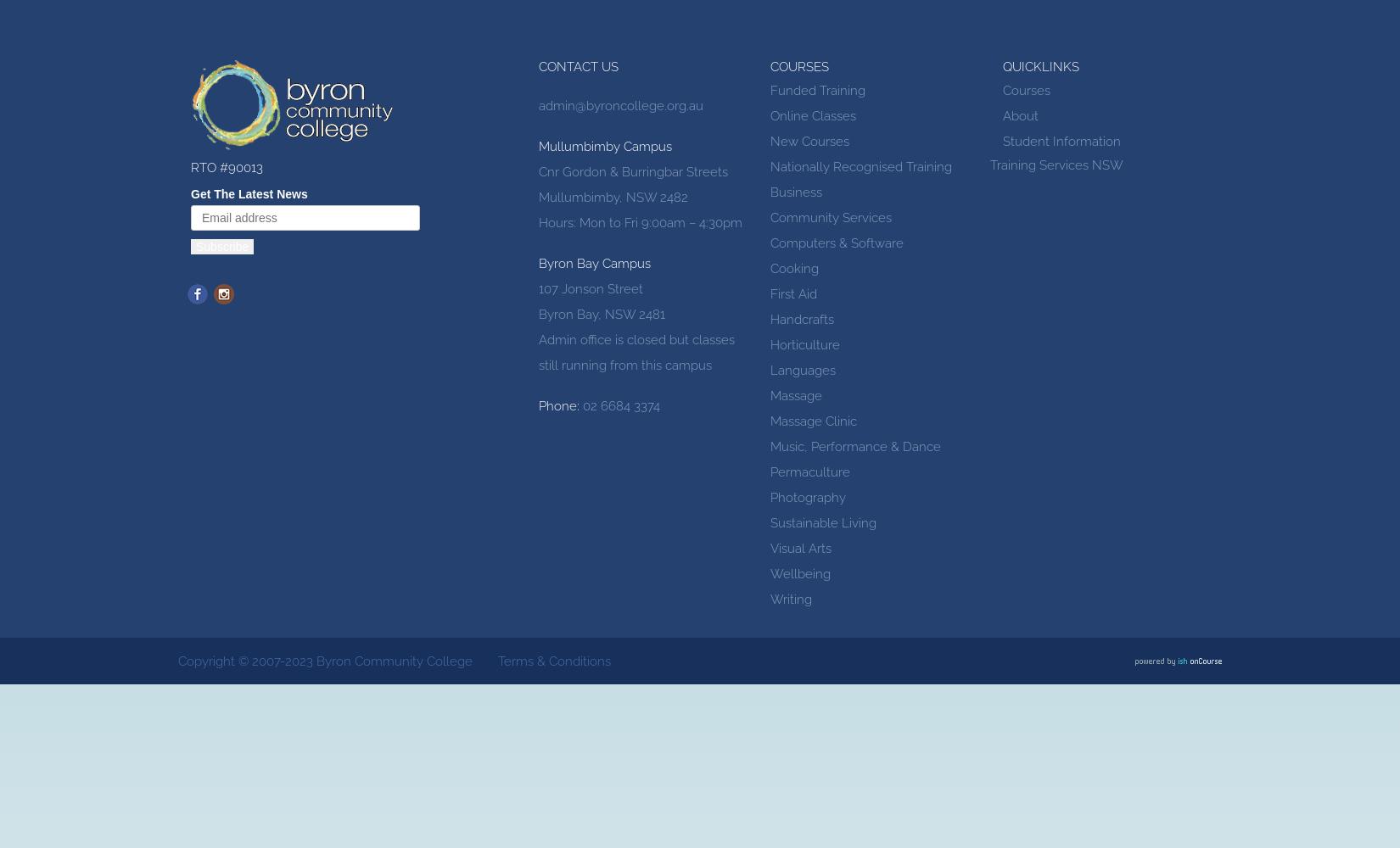 The width and height of the screenshot is (1400, 848). I want to click on 'Get The Latest News', so click(249, 193).